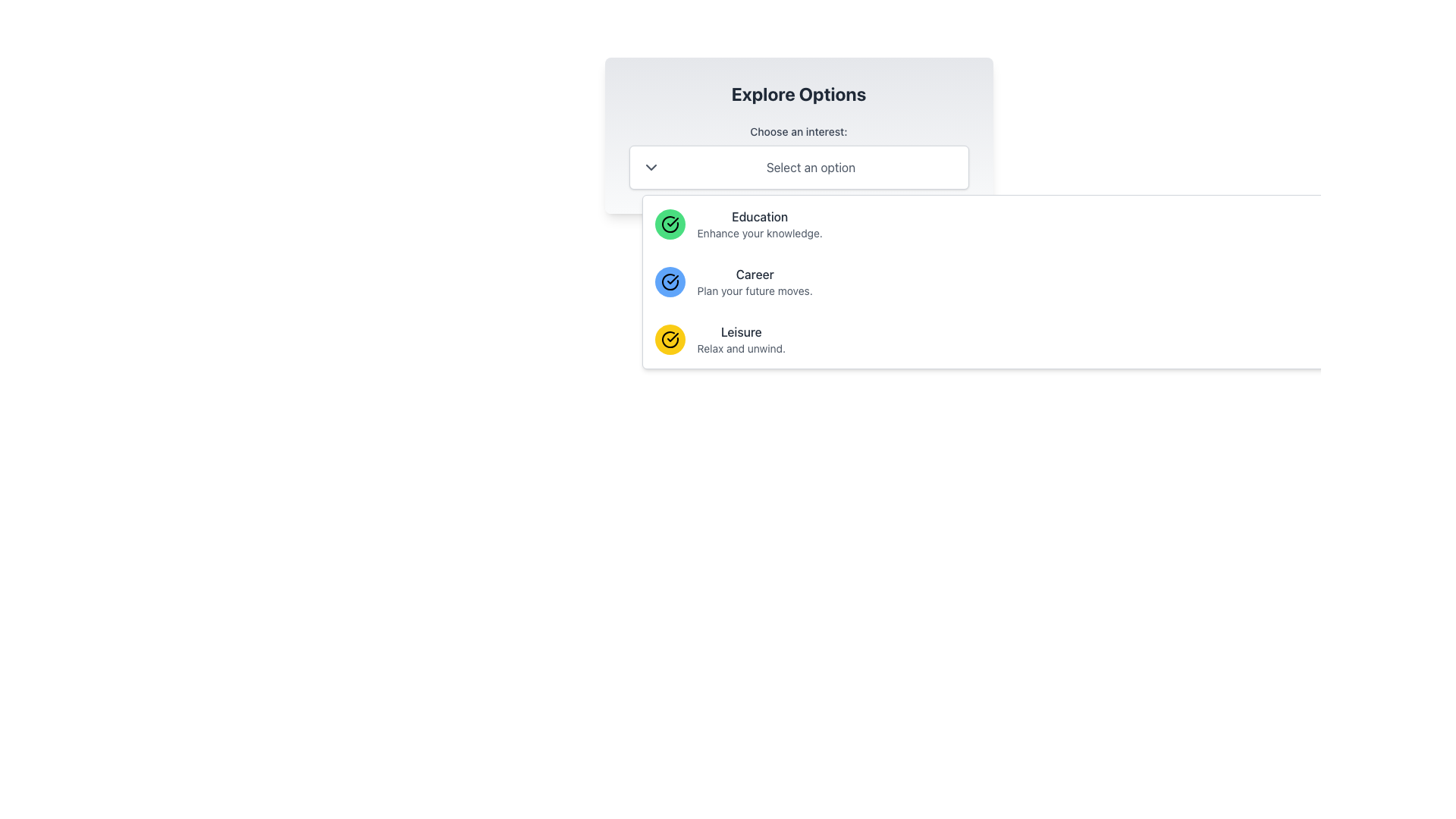  I want to click on the checkmark icon within the circular frame, which represents completion or selection, located in the top-left corner of the first option in the dropdown list, so click(672, 336).